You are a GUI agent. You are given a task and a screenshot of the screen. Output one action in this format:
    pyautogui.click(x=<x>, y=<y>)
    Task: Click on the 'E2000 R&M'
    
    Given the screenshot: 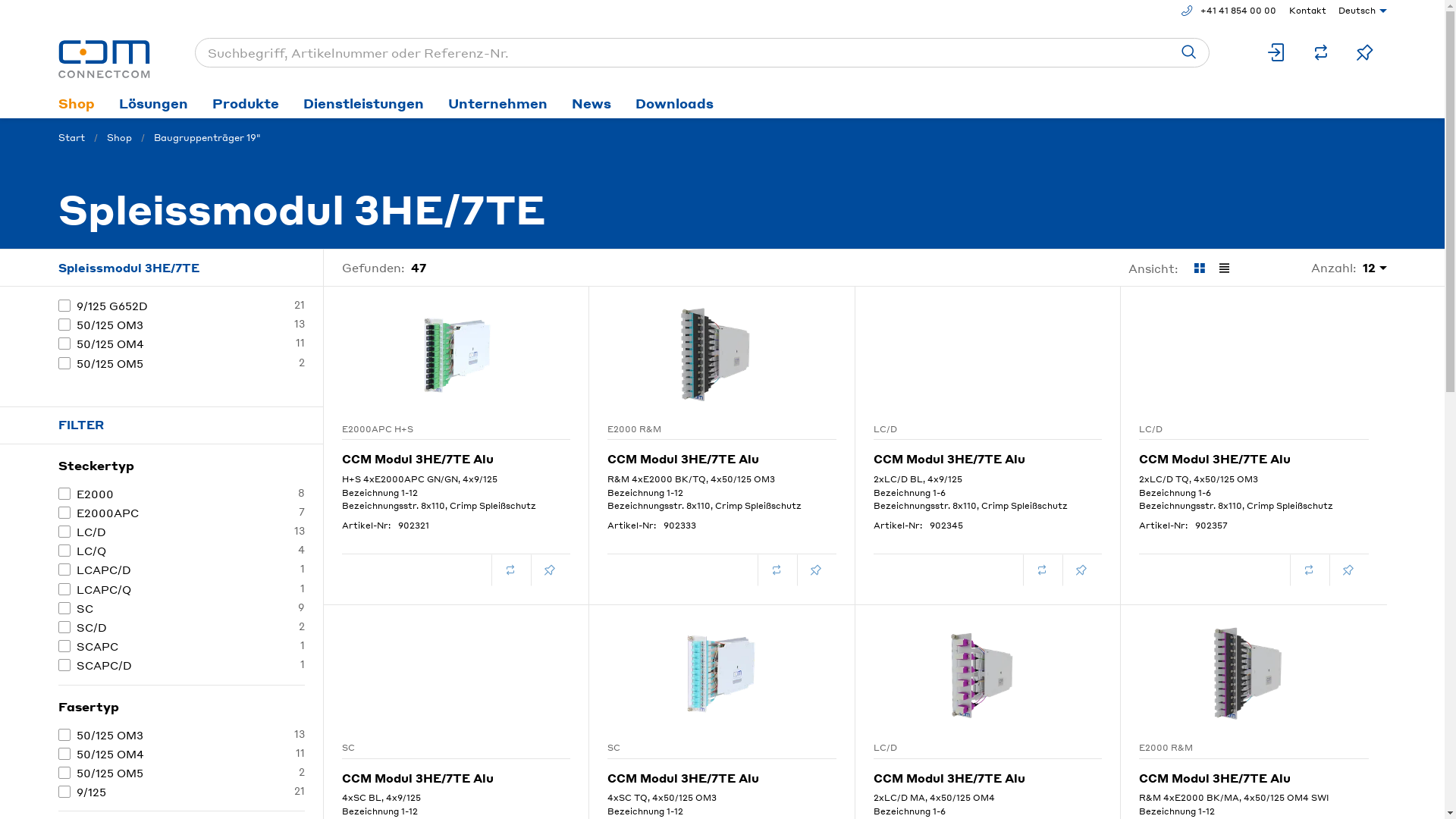 What is the action you would take?
    pyautogui.click(x=701, y=429)
    